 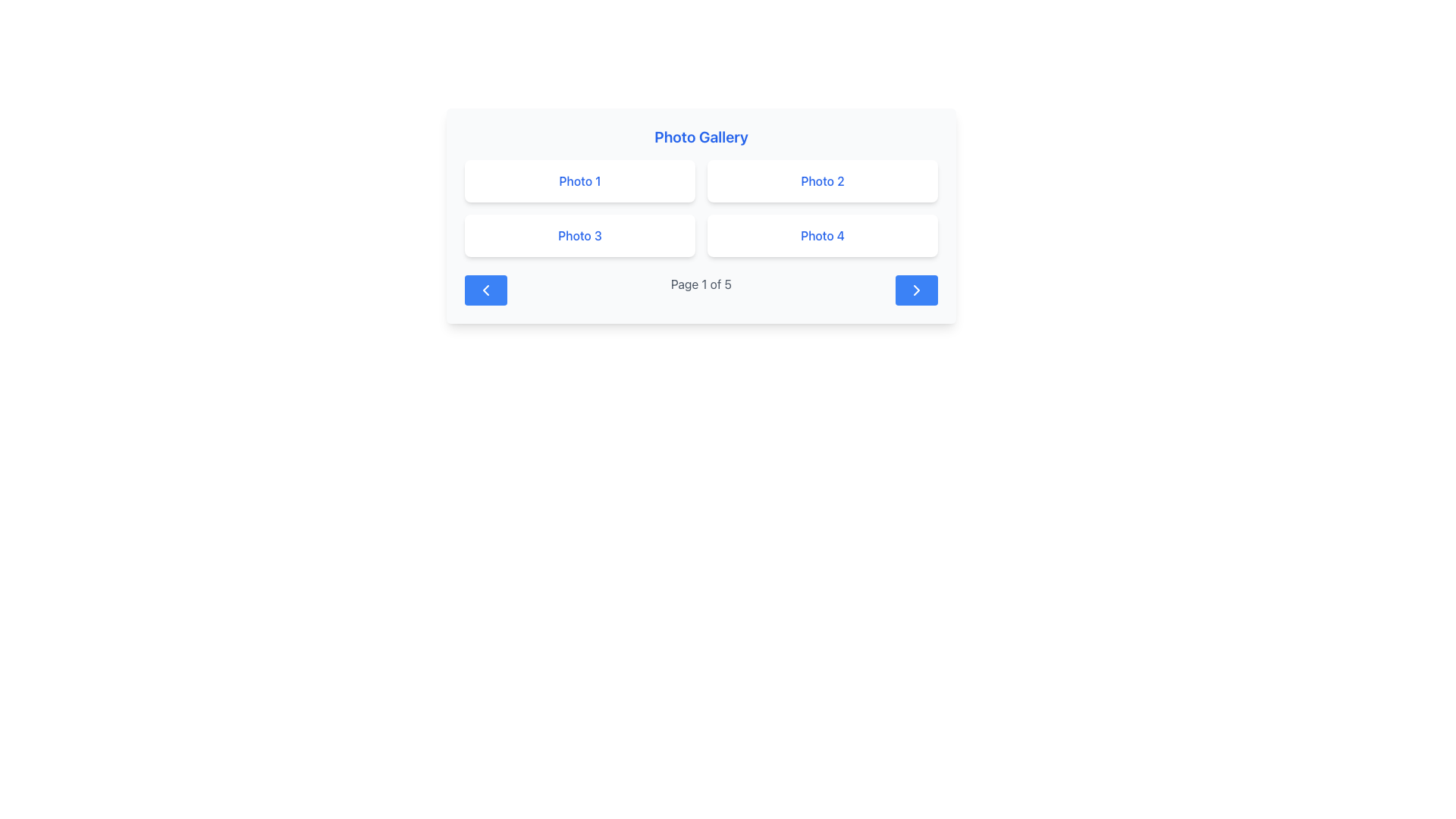 I want to click on the left-pointing chevron icon located in the central position of the navigation button under the photo gallery section, so click(x=486, y=290).